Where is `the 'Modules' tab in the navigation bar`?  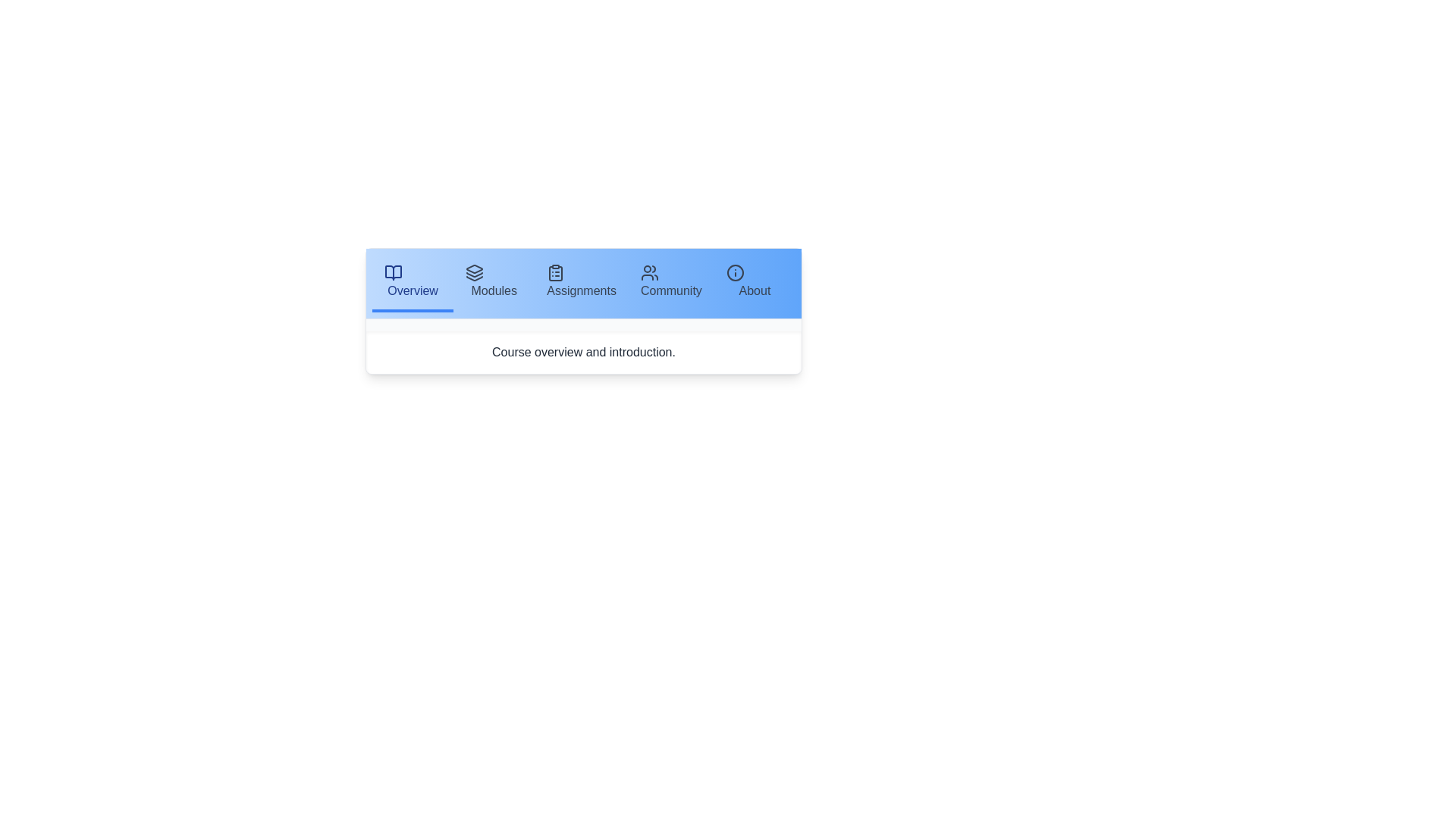 the 'Modules' tab in the navigation bar is located at coordinates (494, 284).